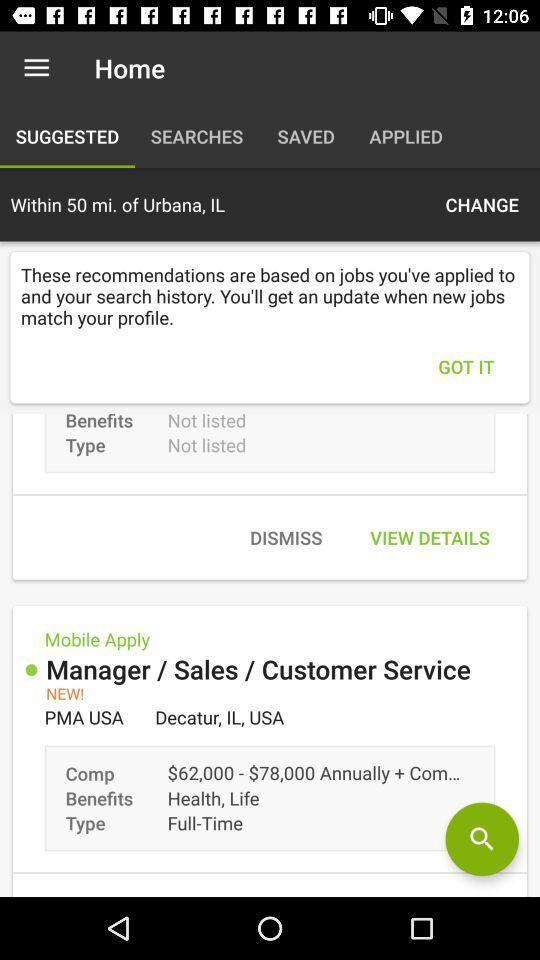 This screenshot has height=960, width=540. What do you see at coordinates (36, 68) in the screenshot?
I see `the icon above suggested icon` at bounding box center [36, 68].